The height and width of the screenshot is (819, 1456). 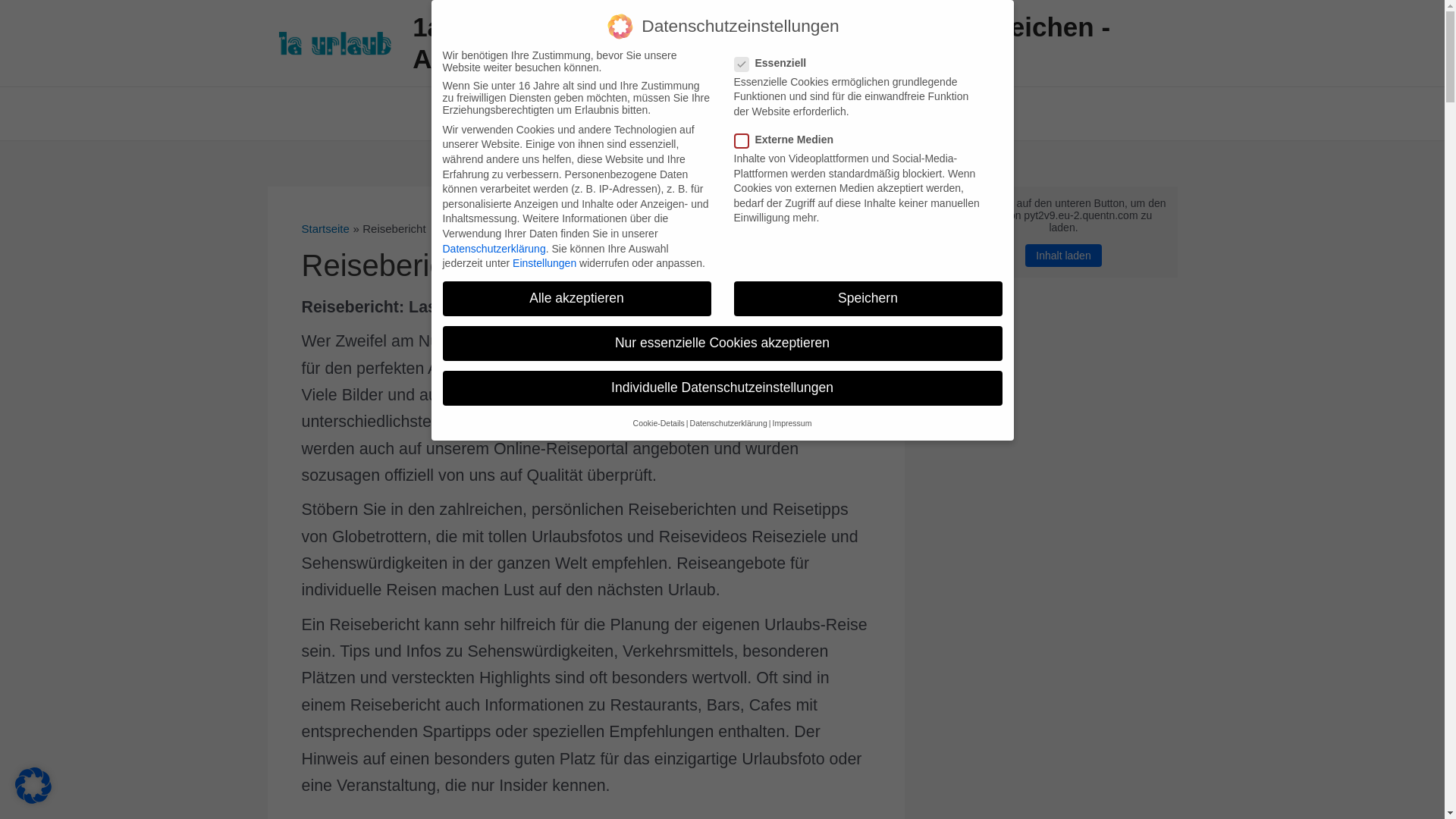 What do you see at coordinates (1062, 254) in the screenshot?
I see `'Inhalt laden'` at bounding box center [1062, 254].